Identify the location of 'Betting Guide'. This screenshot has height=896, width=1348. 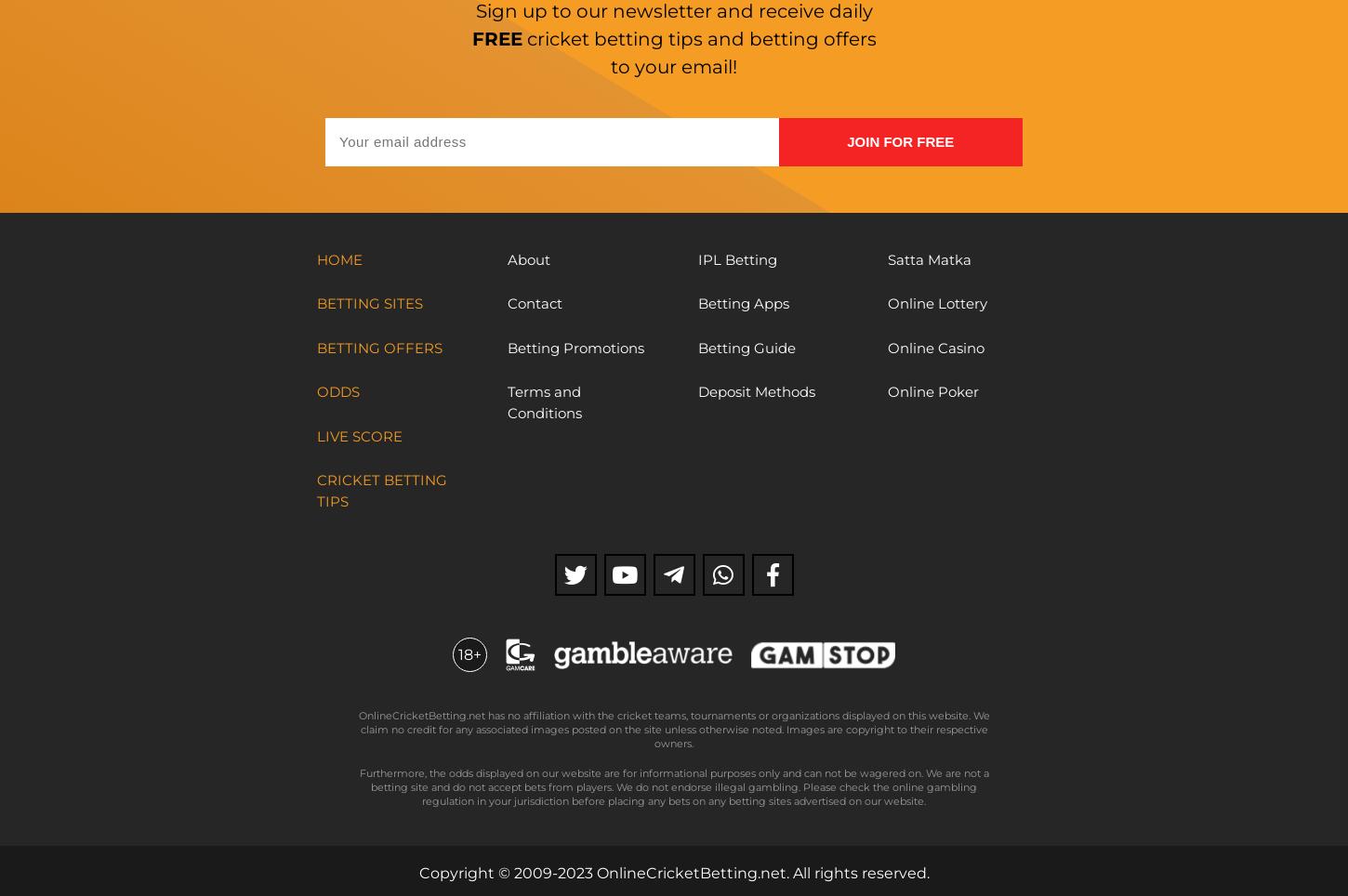
(746, 347).